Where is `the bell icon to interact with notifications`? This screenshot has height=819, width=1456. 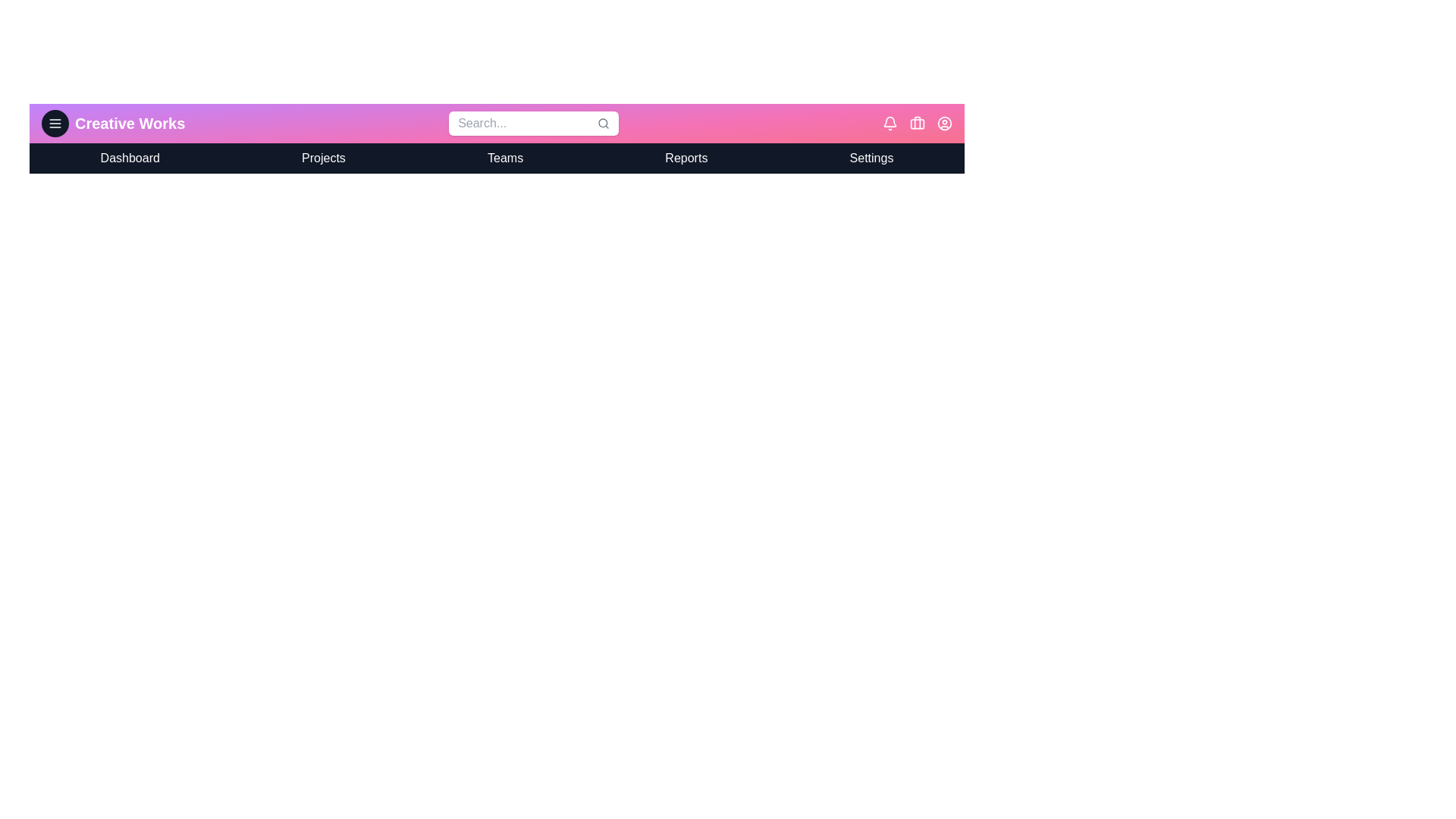 the bell icon to interact with notifications is located at coordinates (890, 122).